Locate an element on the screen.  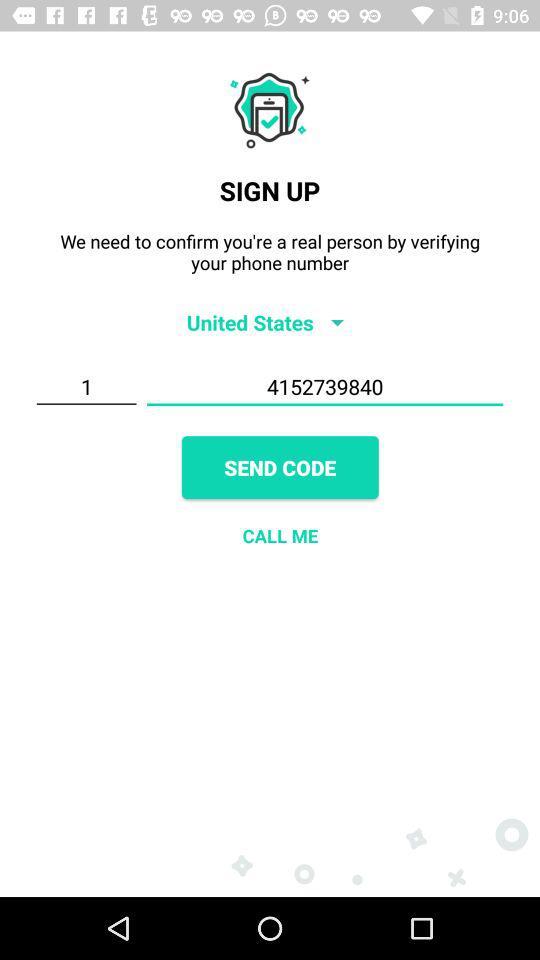
send code item is located at coordinates (279, 467).